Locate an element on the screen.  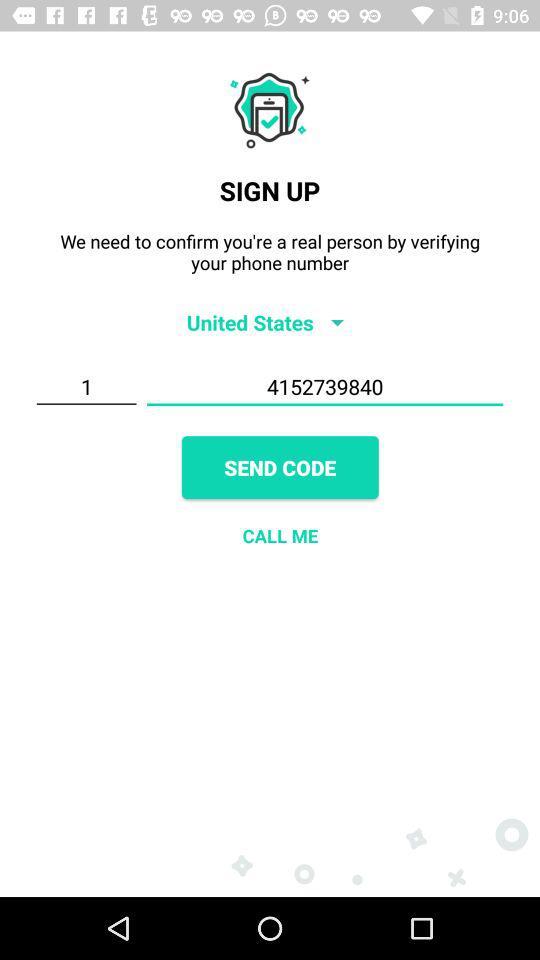
send code item is located at coordinates (279, 467).